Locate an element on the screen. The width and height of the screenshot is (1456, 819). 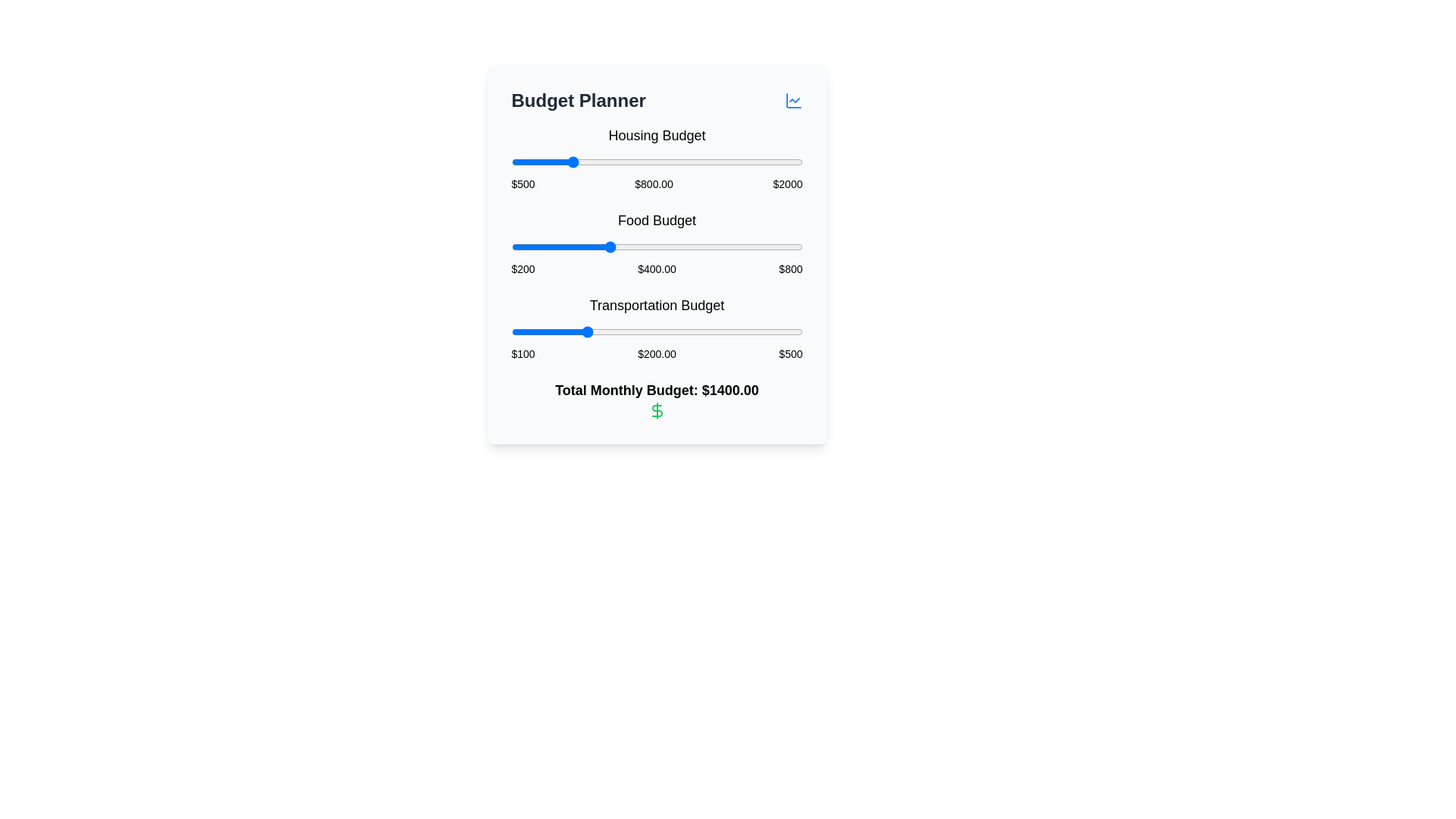
the Food Budget slider is located at coordinates (765, 246).